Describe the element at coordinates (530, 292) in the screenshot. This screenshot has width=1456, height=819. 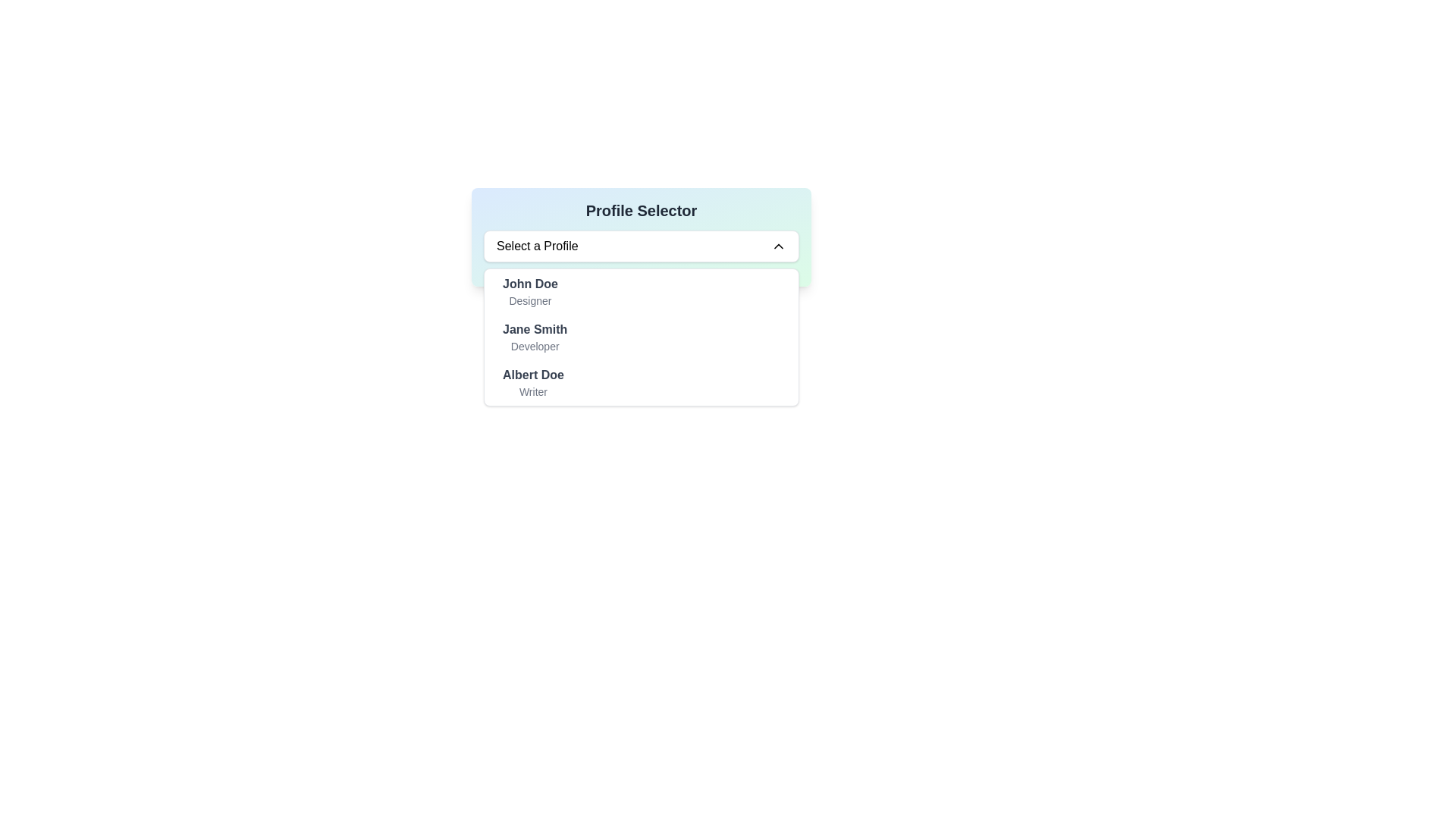
I see `the text label representing the user profile selection option 'John Doe - Designer'` at that location.